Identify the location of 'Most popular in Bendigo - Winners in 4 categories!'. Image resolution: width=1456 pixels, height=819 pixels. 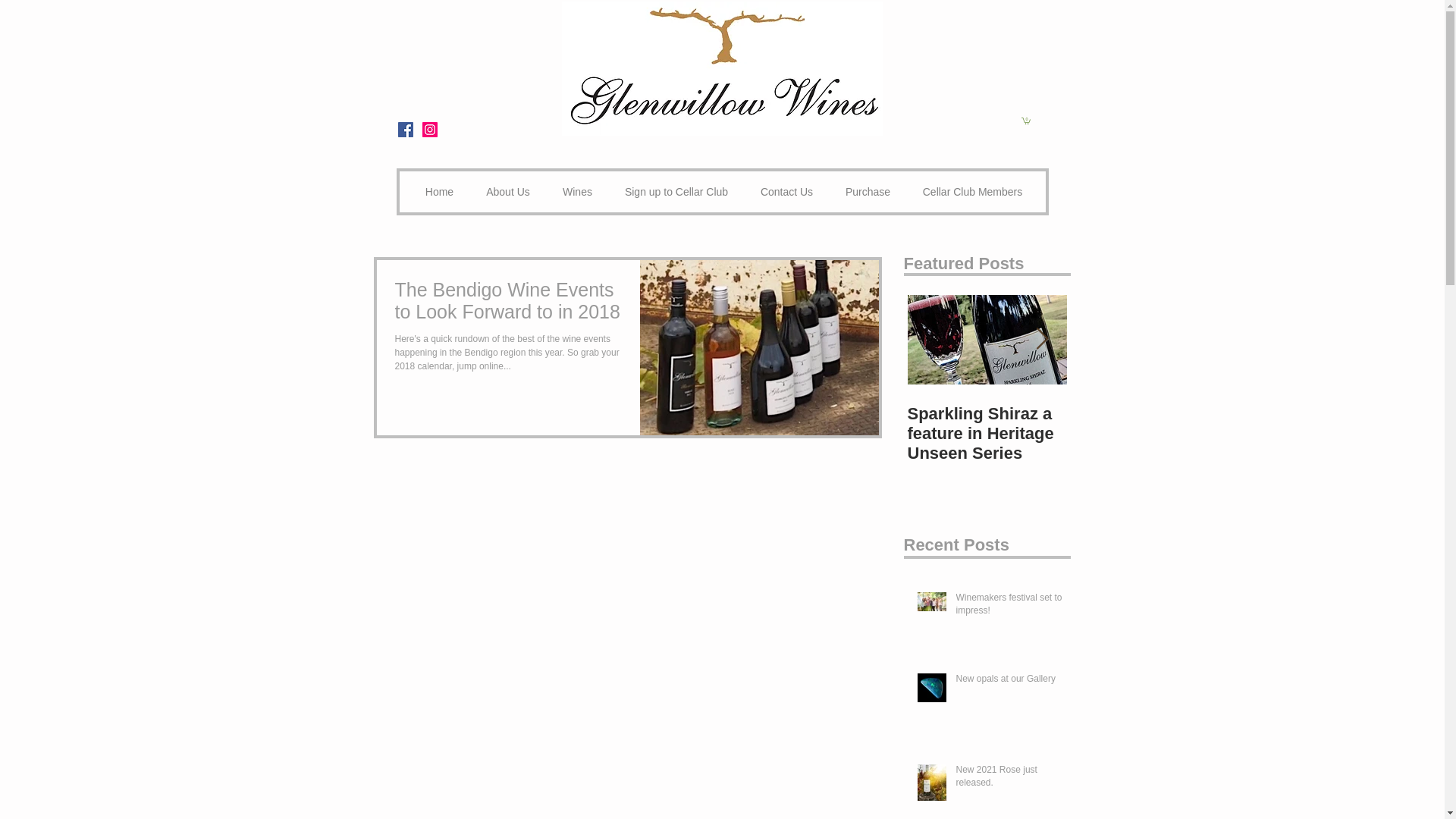
(1065, 433).